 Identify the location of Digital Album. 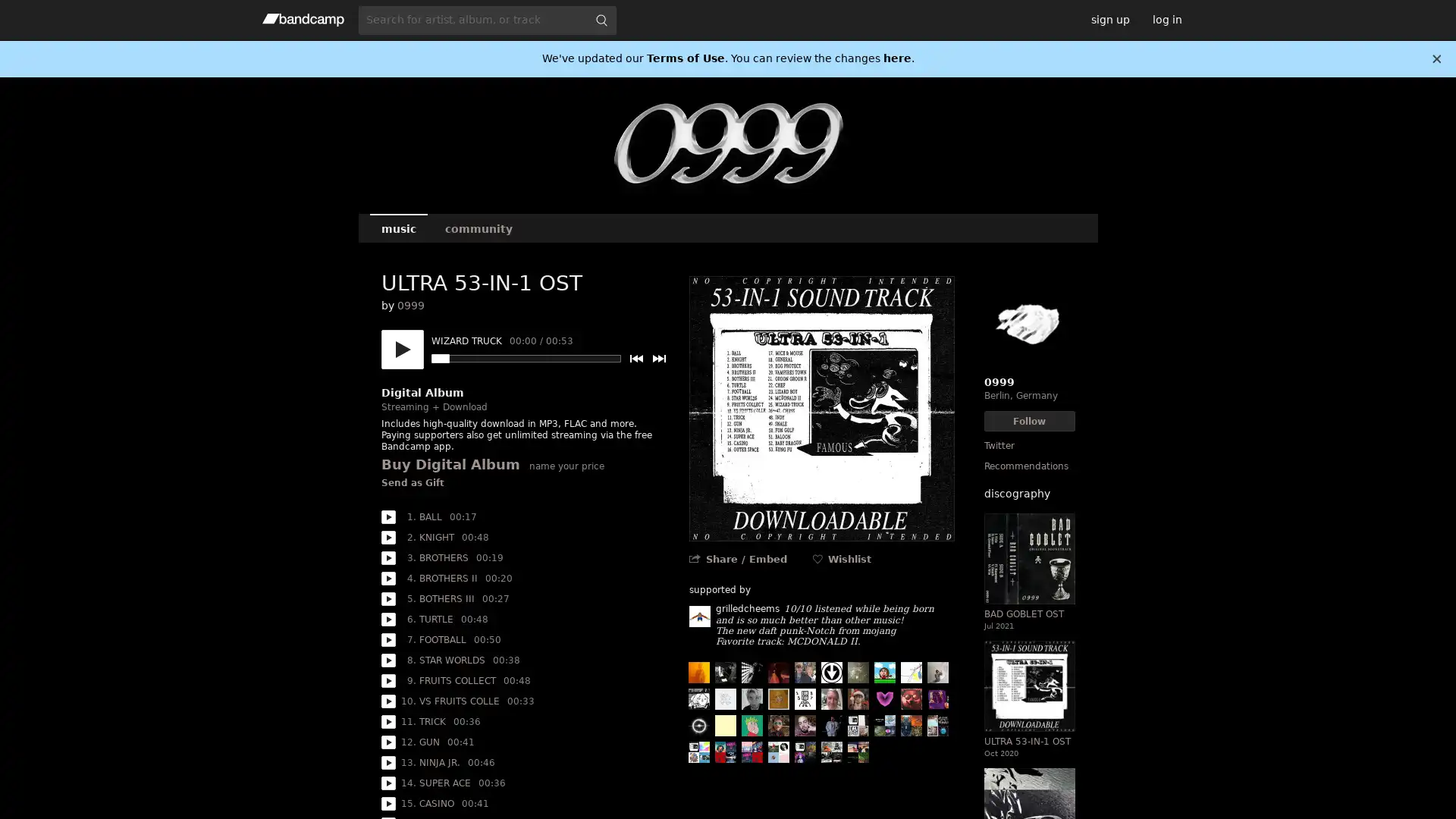
(422, 391).